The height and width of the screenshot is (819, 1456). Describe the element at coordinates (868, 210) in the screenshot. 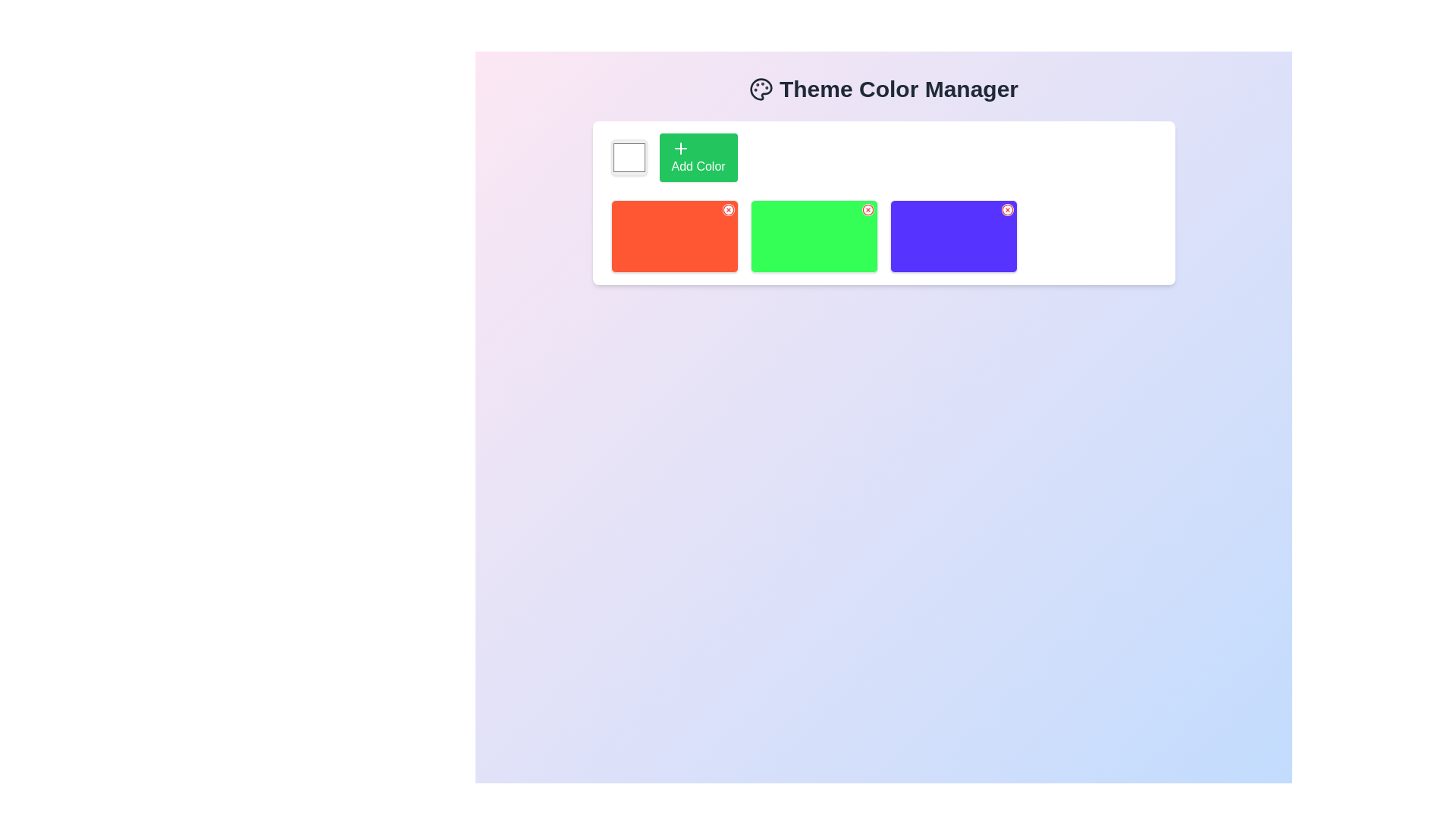

I see `the SVG circle element that is part of the close button located at the top-right corner of the green color block` at that location.